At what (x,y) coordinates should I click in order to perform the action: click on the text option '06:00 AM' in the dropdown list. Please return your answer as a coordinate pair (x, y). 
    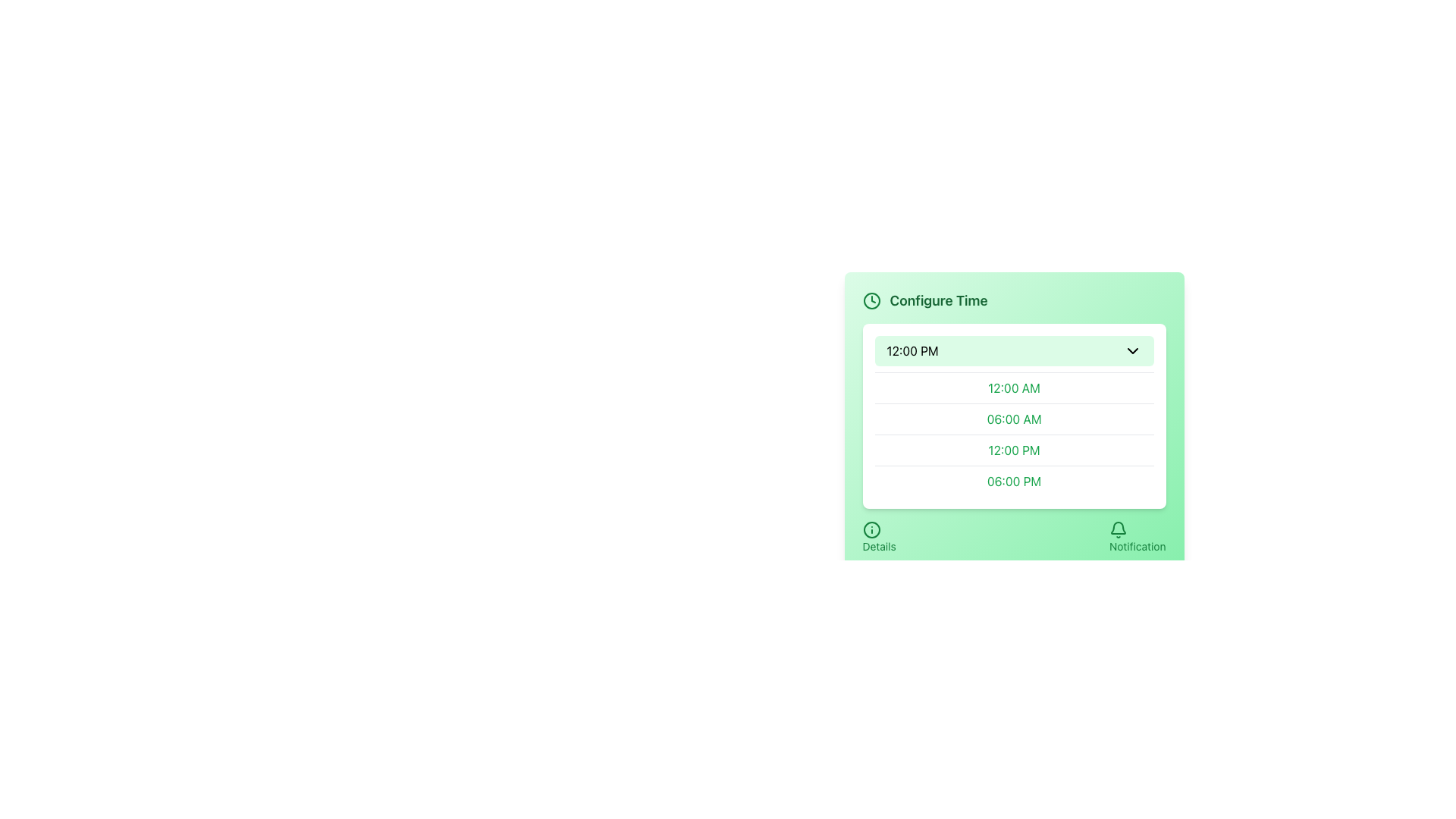
    Looking at the image, I should click on (1014, 419).